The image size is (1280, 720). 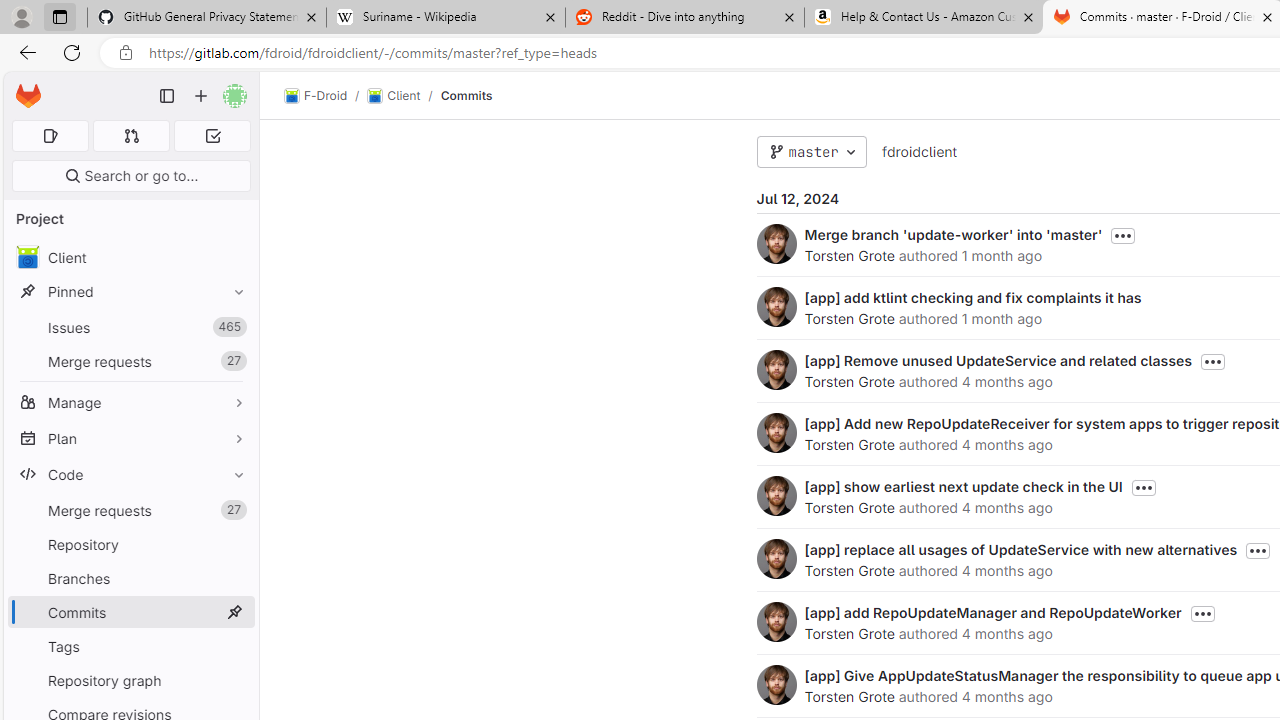 What do you see at coordinates (207, 17) in the screenshot?
I see `'GitHub General Privacy Statement - GitHub Docs'` at bounding box center [207, 17].